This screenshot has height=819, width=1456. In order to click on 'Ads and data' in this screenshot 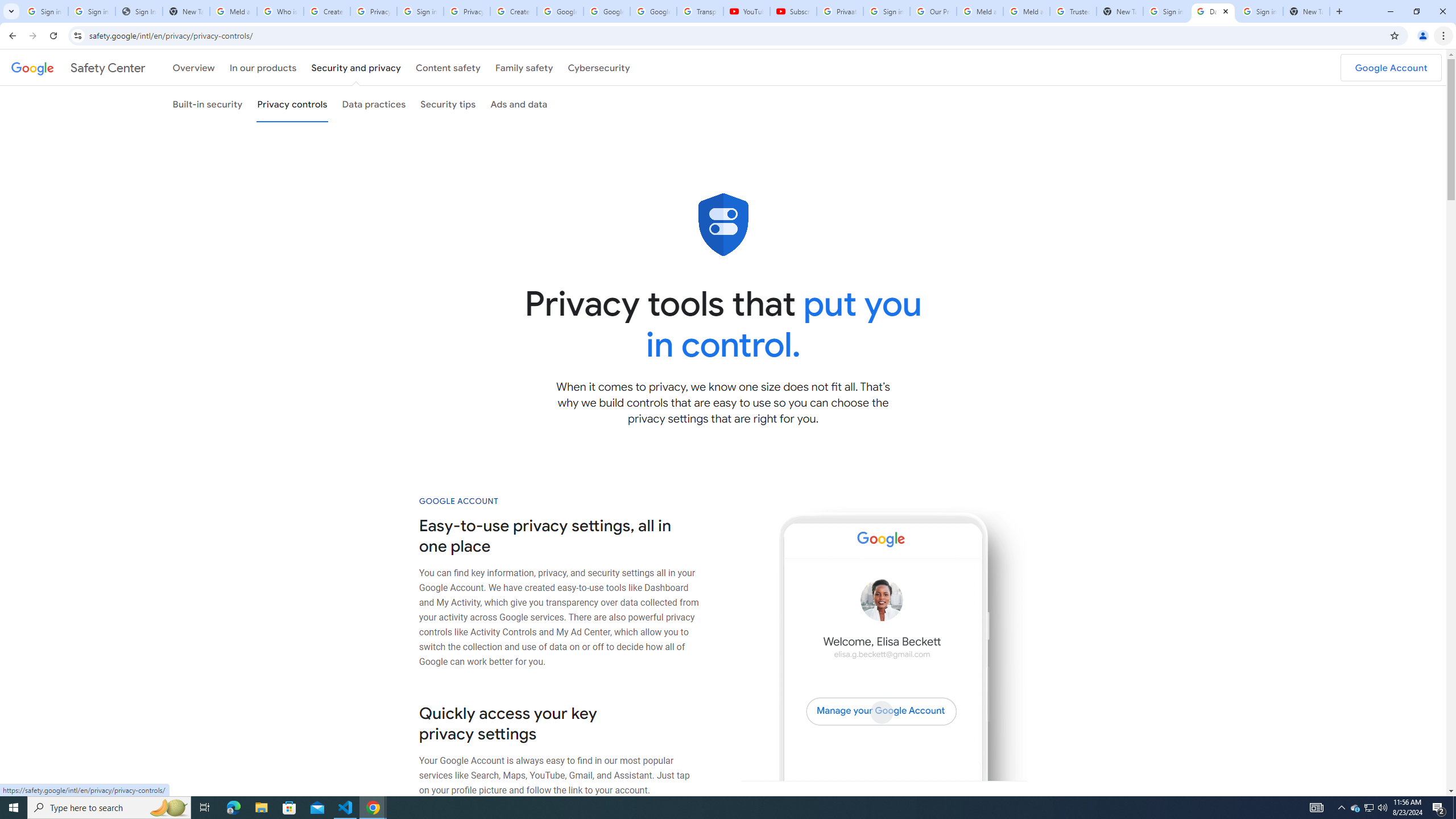, I will do `click(519, 103)`.